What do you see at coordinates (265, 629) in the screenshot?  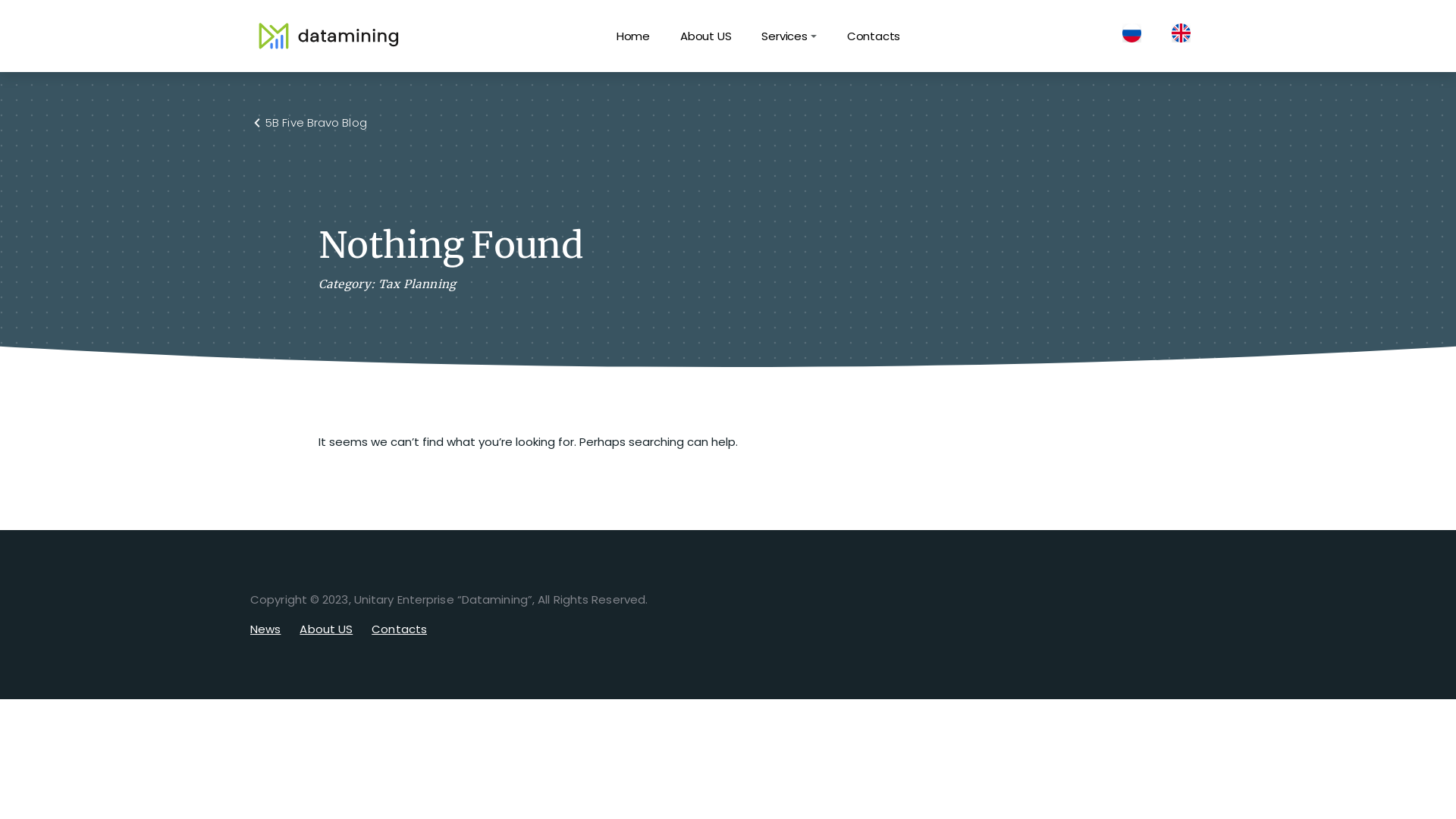 I see `'News'` at bounding box center [265, 629].